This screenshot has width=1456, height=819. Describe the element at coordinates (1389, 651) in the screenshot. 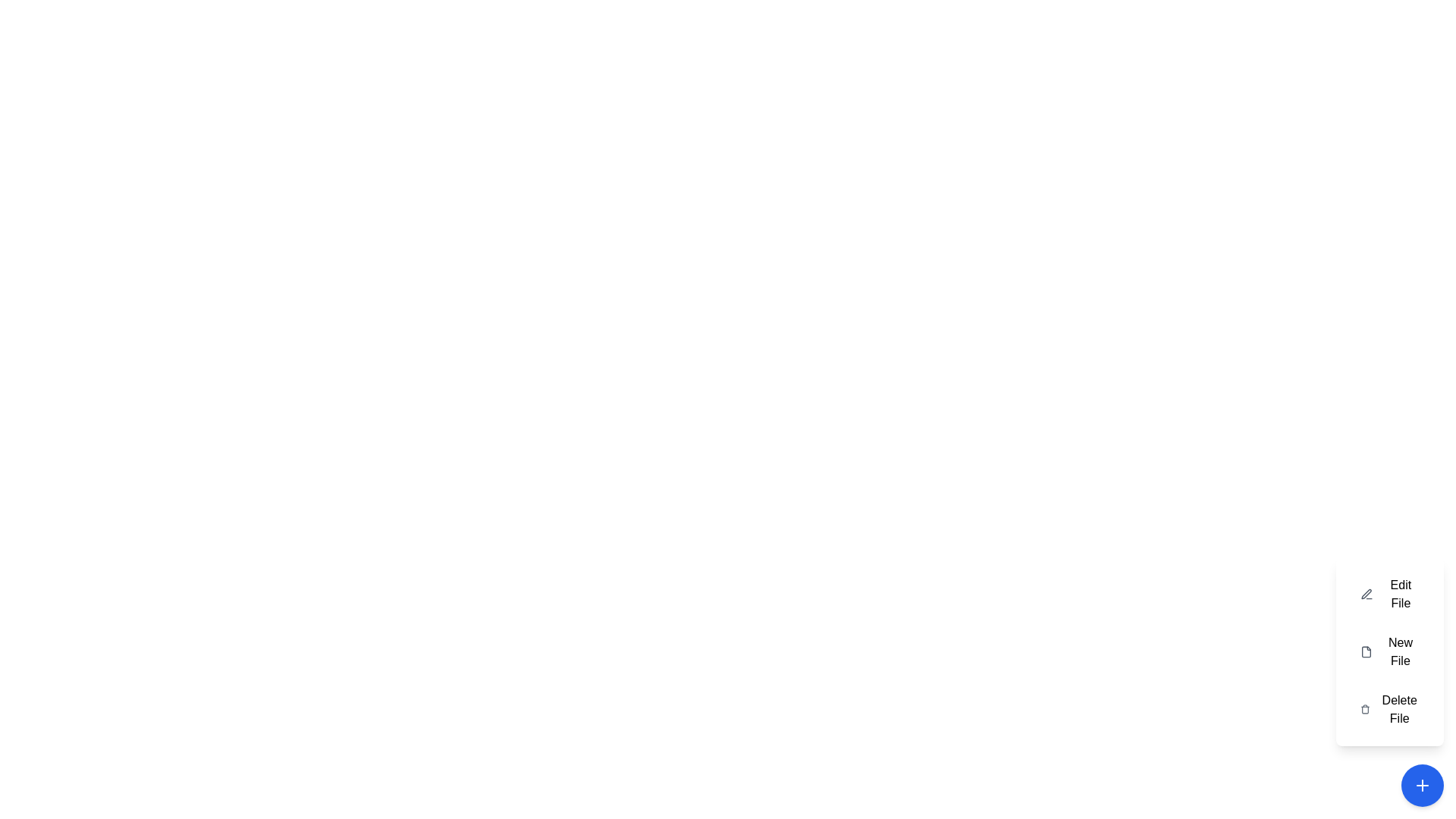

I see `the 'New File' button, which has a white background and a grey file icon, to initiate the new file creation process` at that location.